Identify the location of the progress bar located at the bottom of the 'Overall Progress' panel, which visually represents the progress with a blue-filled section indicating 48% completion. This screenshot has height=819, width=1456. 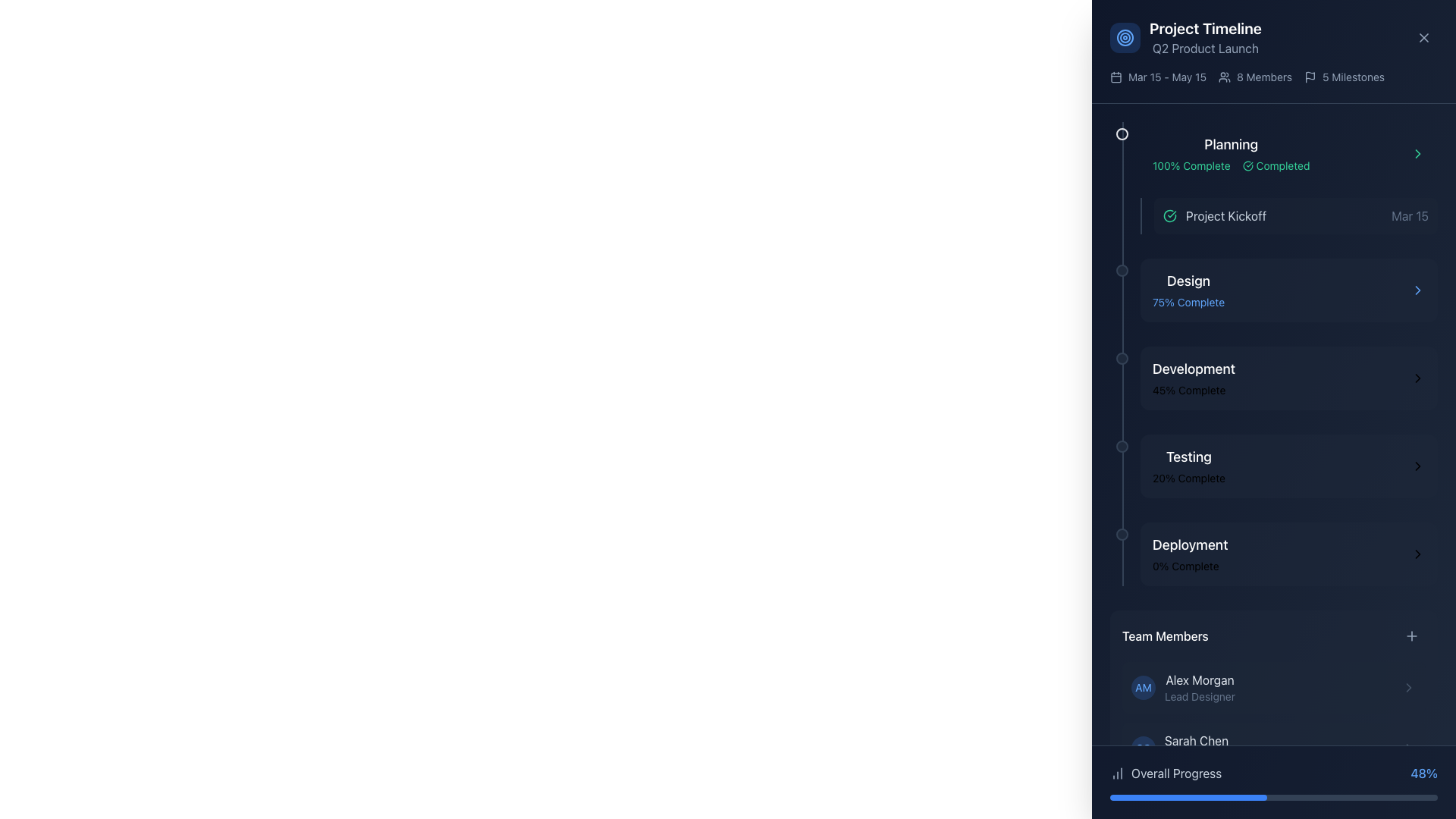
(1274, 797).